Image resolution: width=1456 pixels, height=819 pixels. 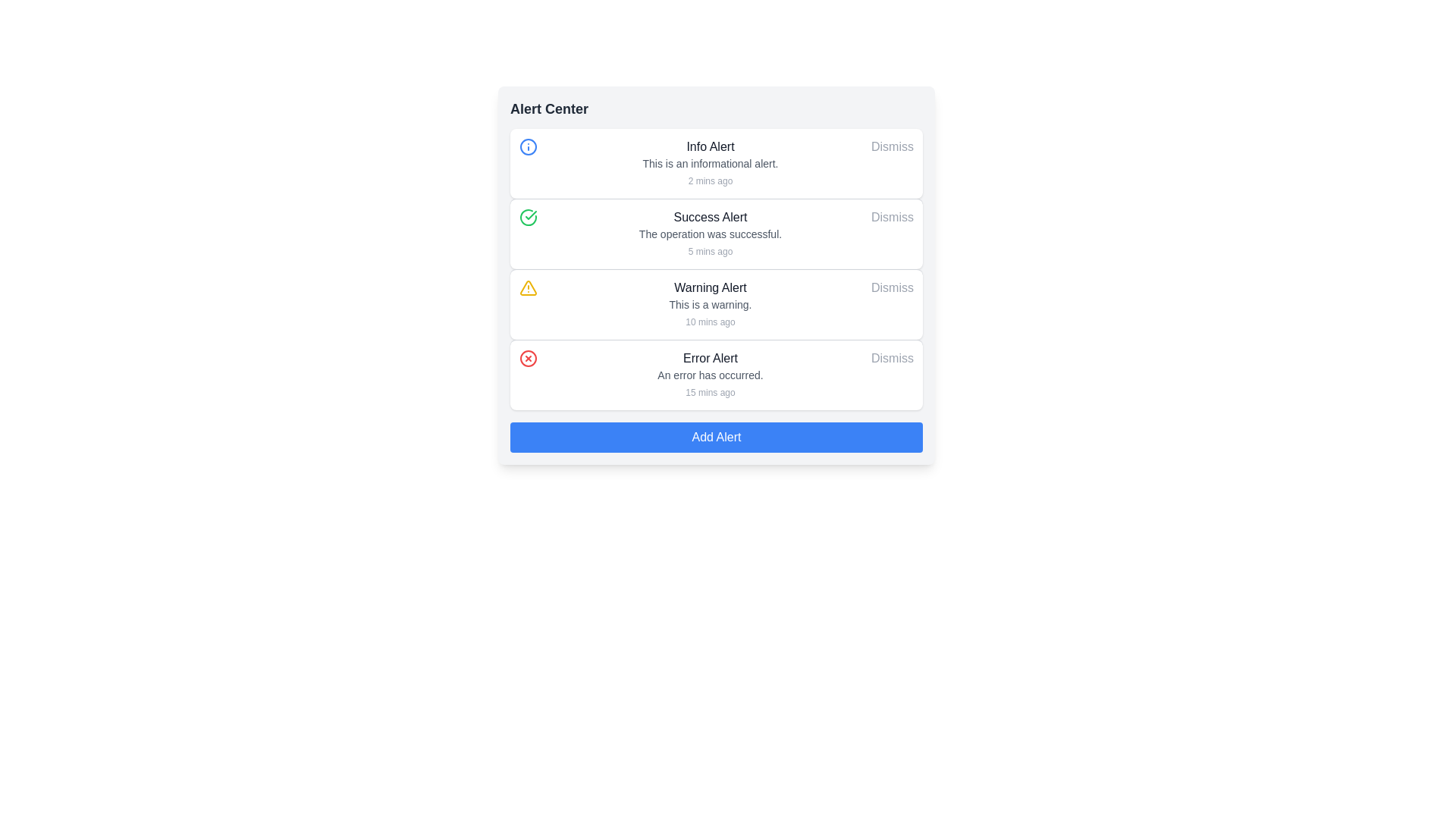 What do you see at coordinates (709, 234) in the screenshot?
I see `the Informational display component that indicates a successful operation, located in the second row of the alerts in the 'Alert Center', positioned under the 'Info Alert' and above the 'Warning Alert'` at bounding box center [709, 234].